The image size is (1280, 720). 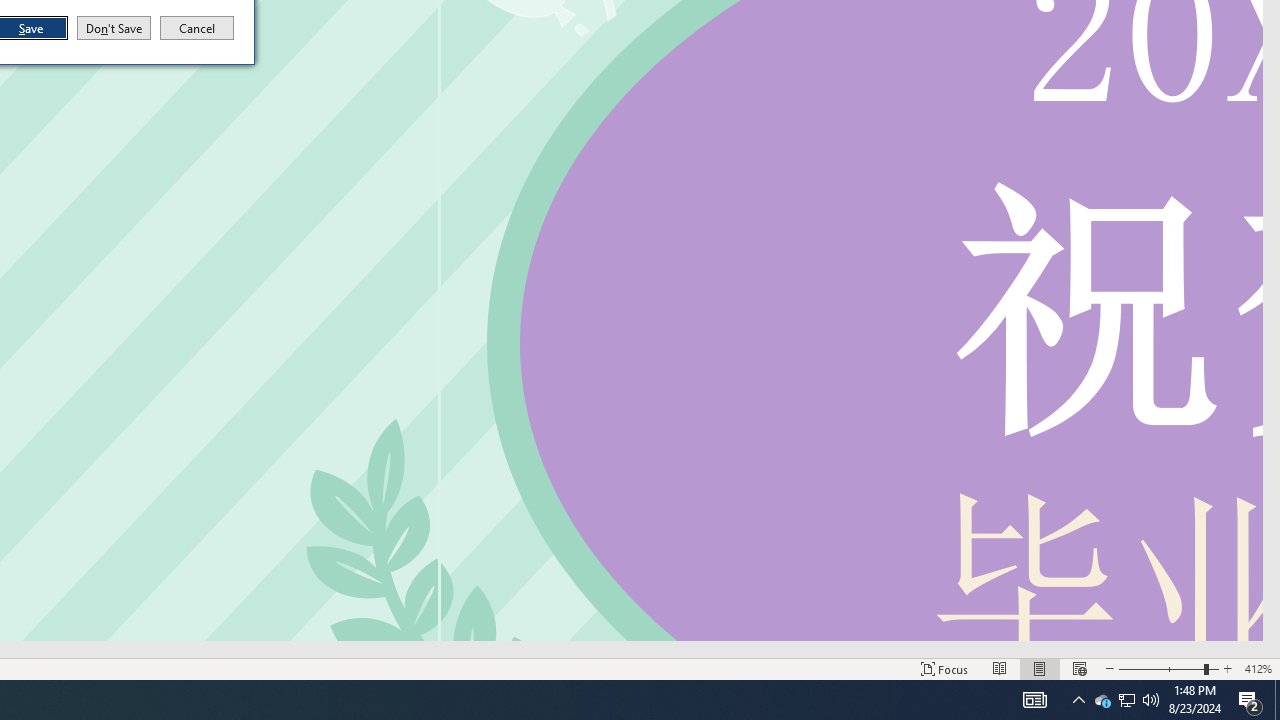 I want to click on 'Q2790: 100%', so click(x=1151, y=698).